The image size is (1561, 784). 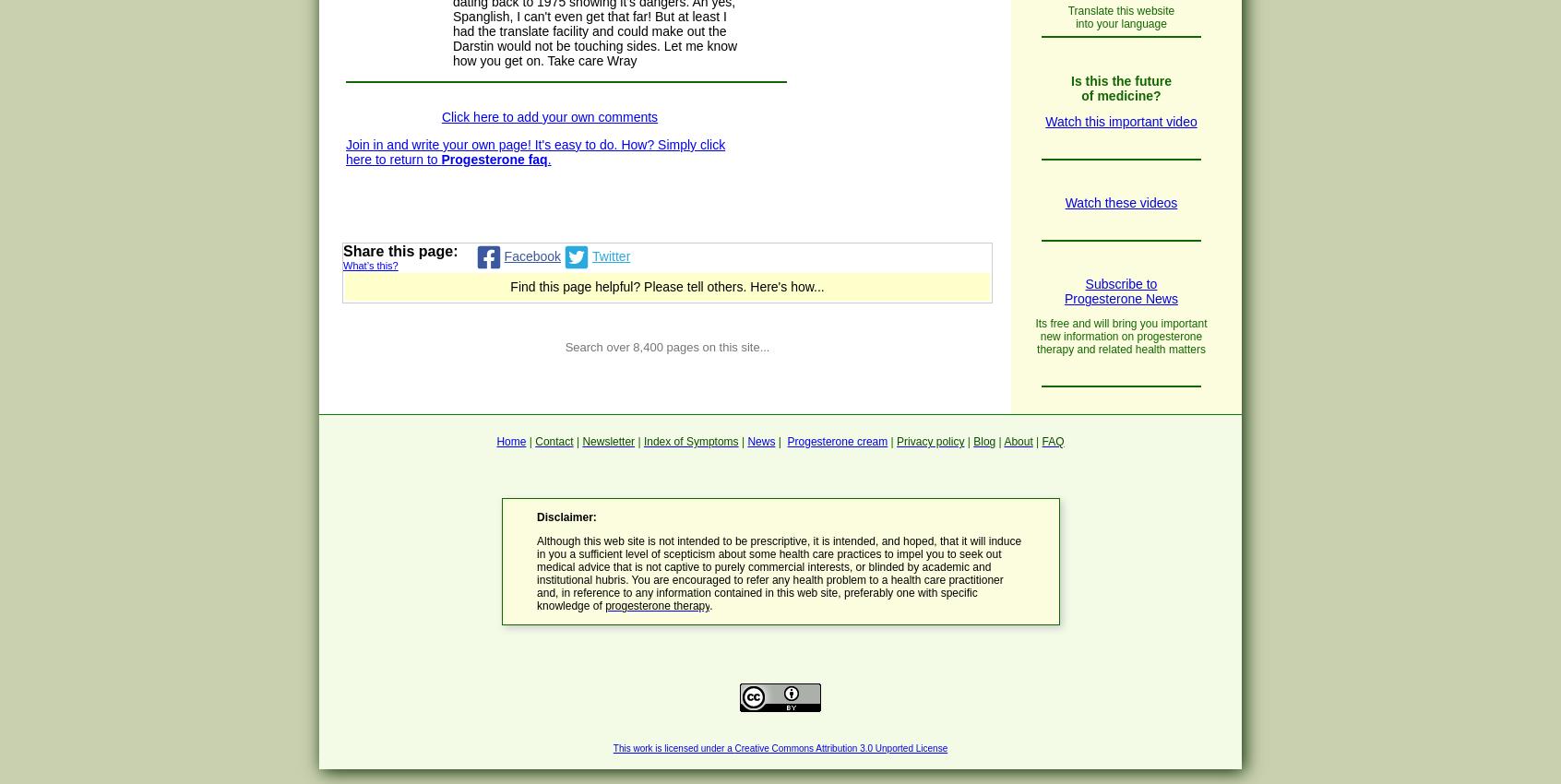 I want to click on 'Although this web site is not intended to be prescriptive, it is intended, and hoped, that it will induce in you a sufficient level of scepticism about some health care practices to impel you to seek out medical advice that is not captive to purely commercial interests, or blinded by academic and institutional hubris. You are encouraged to refer any health problem to a health care practitioner and, in reference to any information contained in this web site, preferably one with specific knowledge of', so click(x=536, y=573).